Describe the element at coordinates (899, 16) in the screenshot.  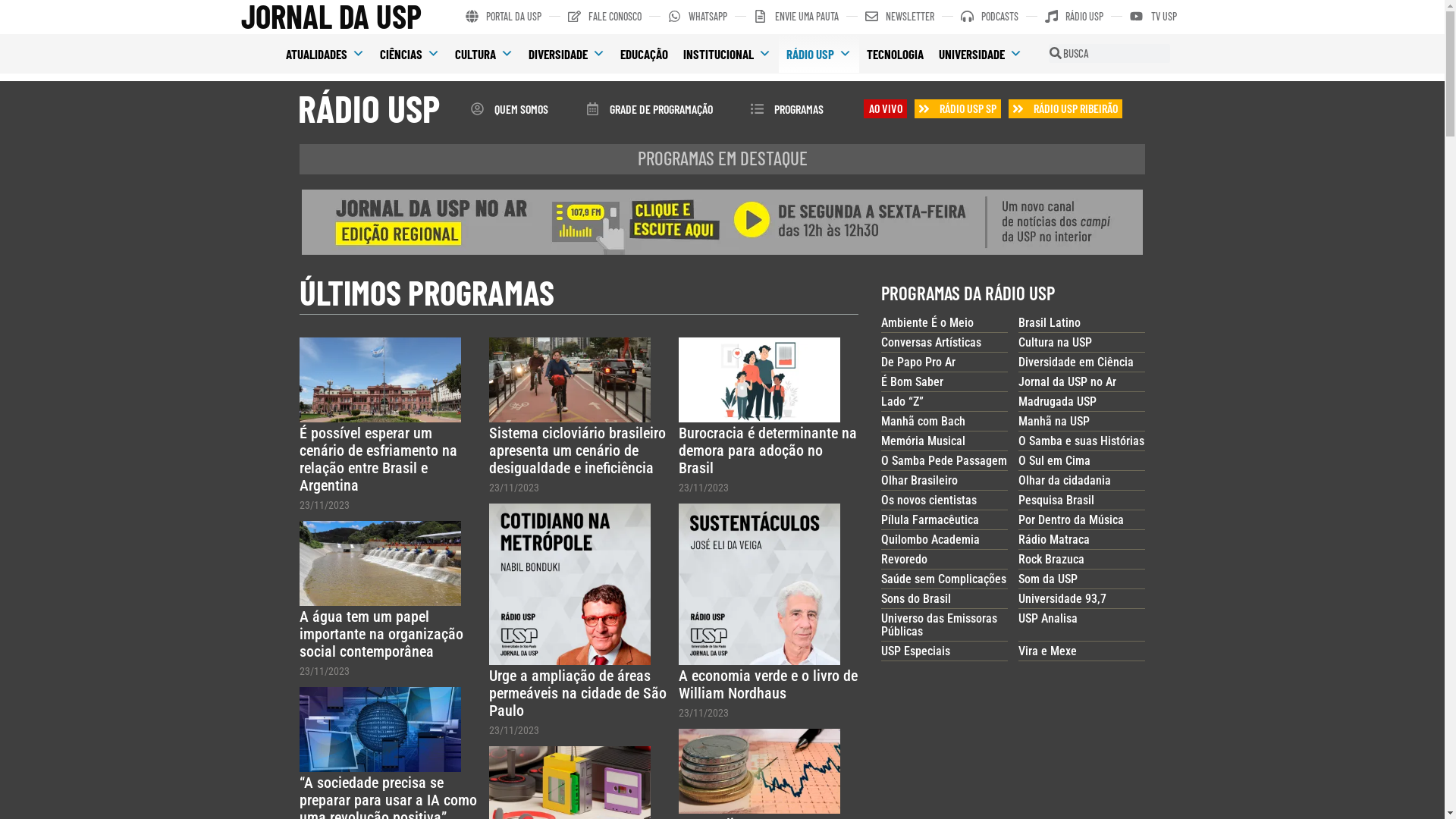
I see `'NEWSLETTER'` at that location.